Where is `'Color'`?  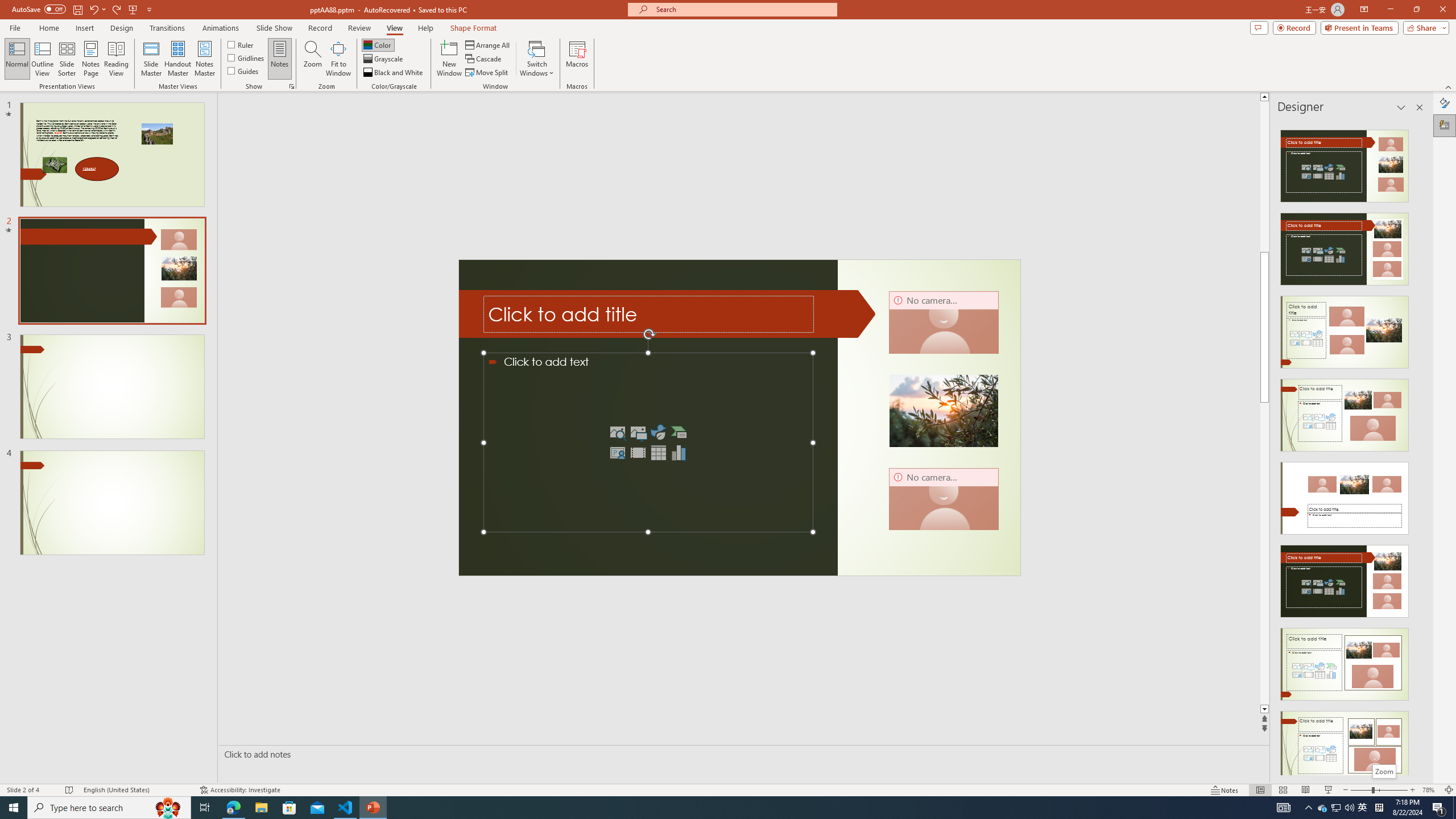
'Color' is located at coordinates (378, 44).